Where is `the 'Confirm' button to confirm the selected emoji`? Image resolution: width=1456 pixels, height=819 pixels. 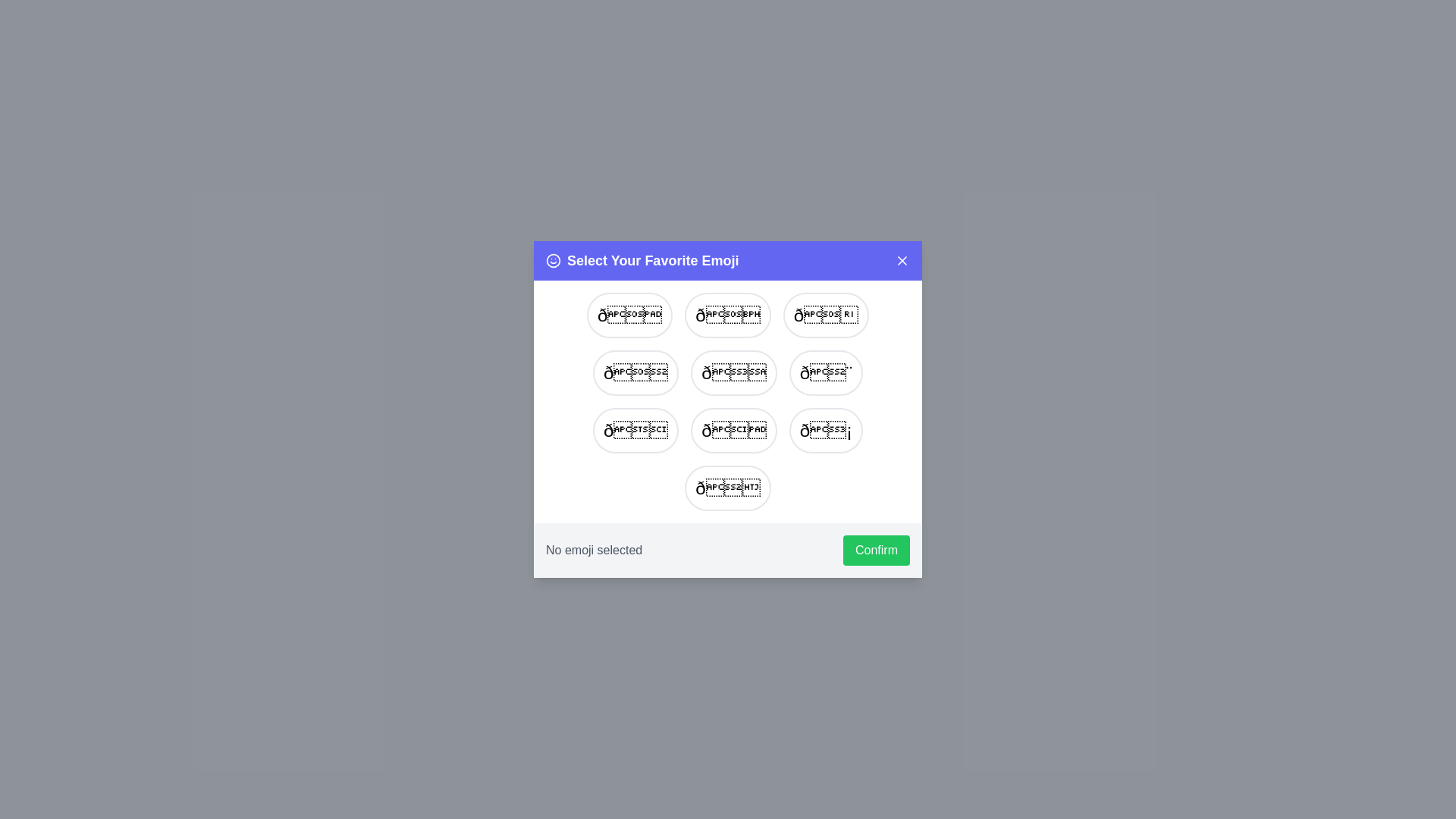 the 'Confirm' button to confirm the selected emoji is located at coordinates (877, 550).